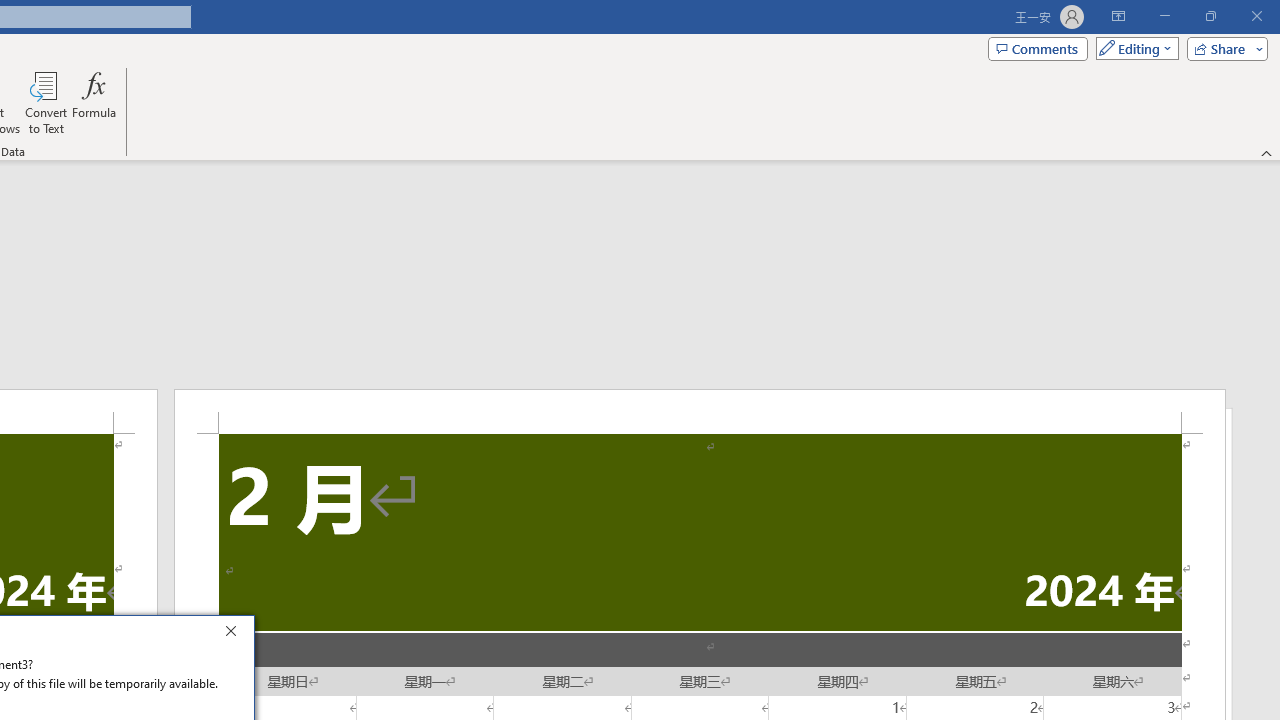  What do you see at coordinates (93, 103) in the screenshot?
I see `'Formula...'` at bounding box center [93, 103].